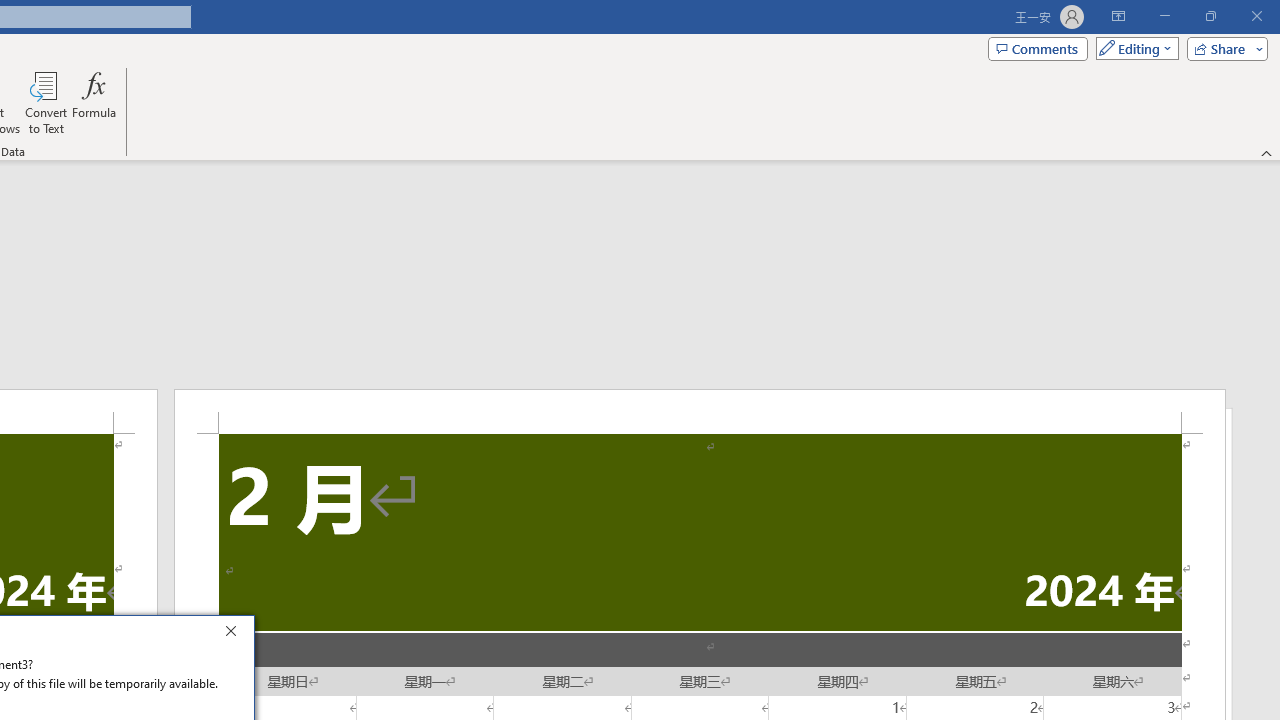  What do you see at coordinates (93, 103) in the screenshot?
I see `'Formula...'` at bounding box center [93, 103].